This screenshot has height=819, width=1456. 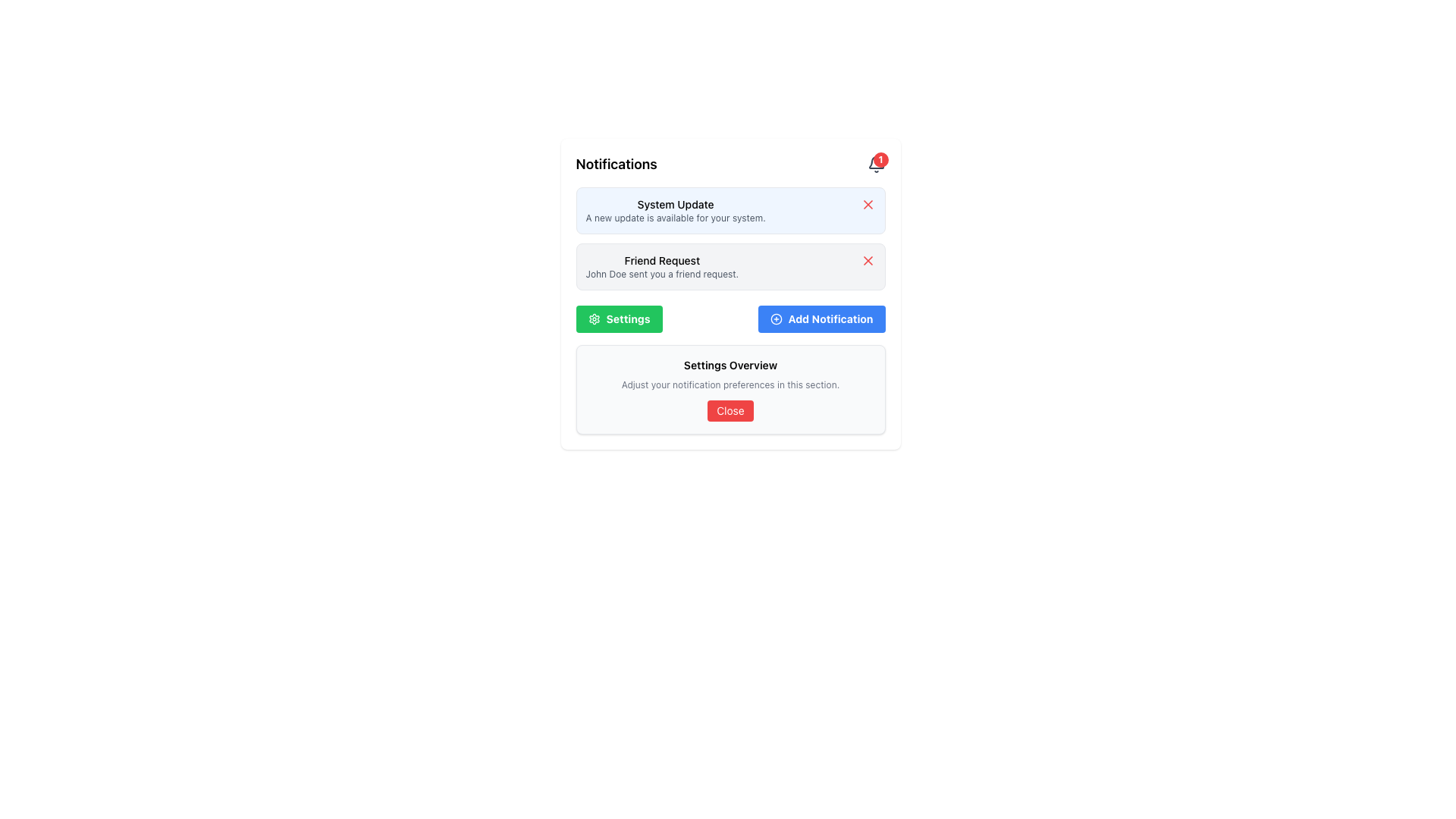 I want to click on the Static Text header displaying 'System Update', which is located at the top of the notification box, so click(x=675, y=205).